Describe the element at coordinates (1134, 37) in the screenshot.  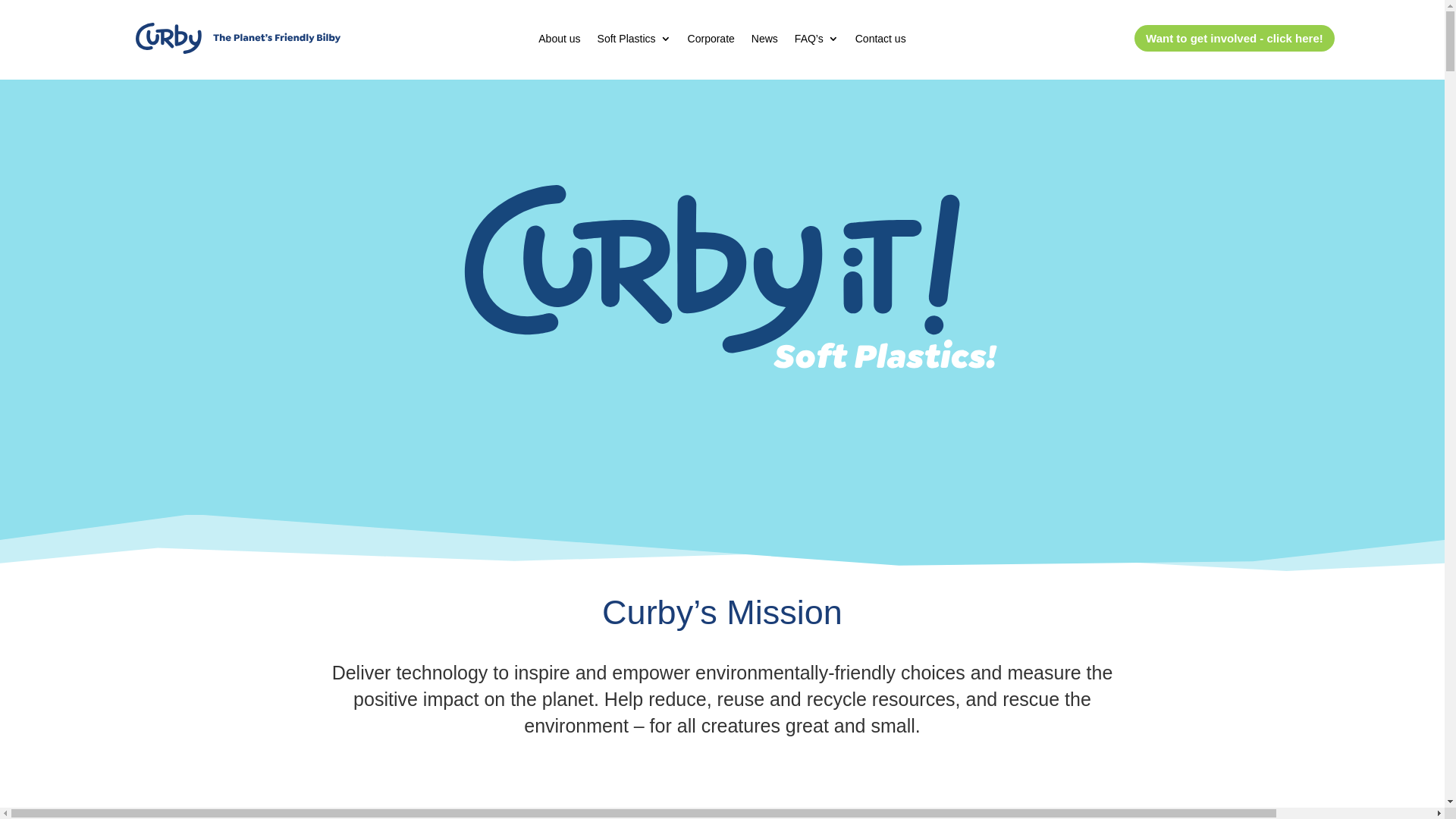
I see `'Want to get involved - click here!'` at that location.